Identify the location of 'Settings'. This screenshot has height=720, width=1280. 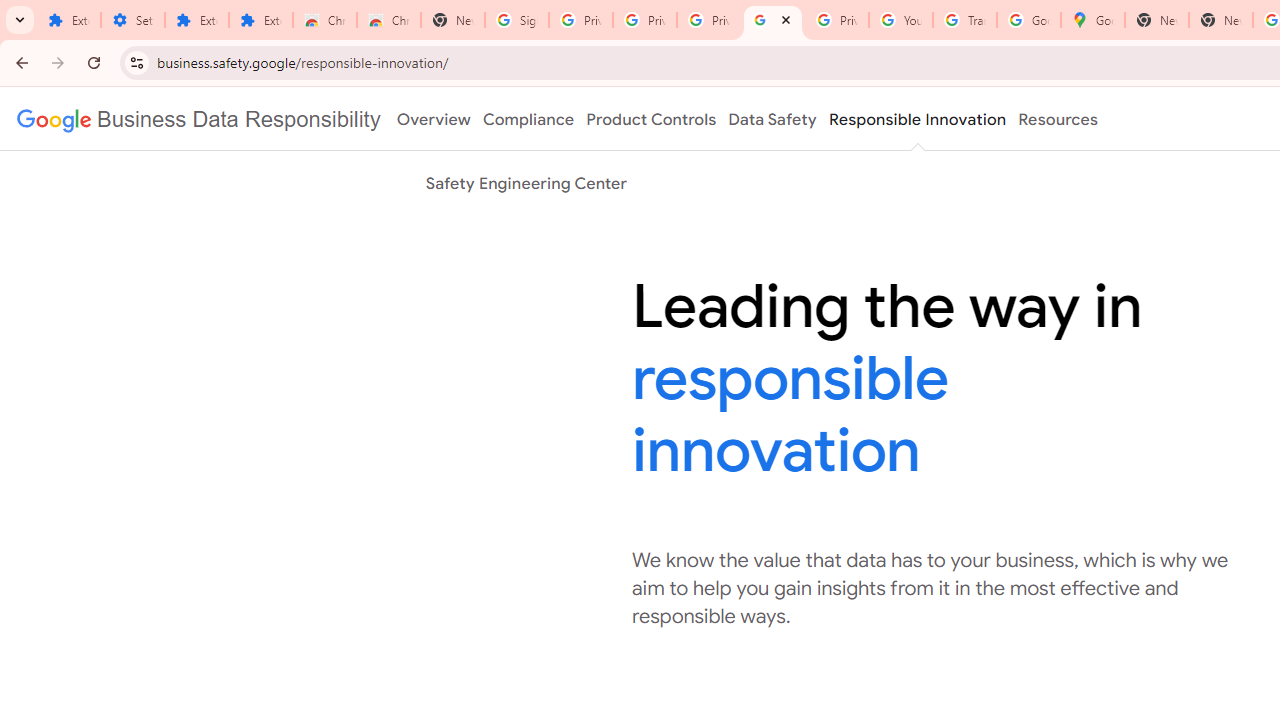
(132, 20).